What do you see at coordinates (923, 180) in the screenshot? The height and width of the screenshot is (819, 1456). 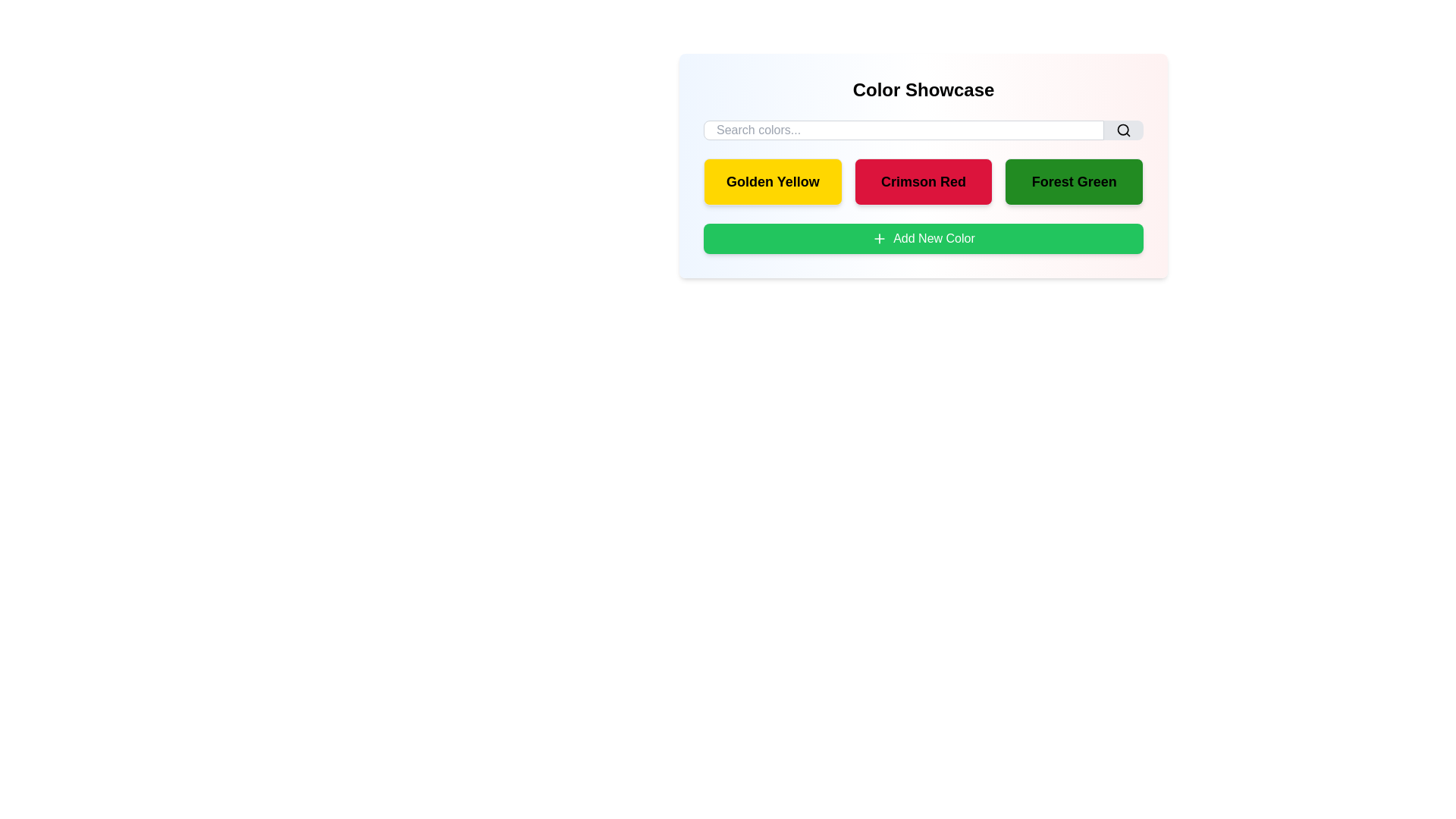 I see `the text label displaying 'Crimson Red' in bold, centered font, located in the red rectangular section` at bounding box center [923, 180].